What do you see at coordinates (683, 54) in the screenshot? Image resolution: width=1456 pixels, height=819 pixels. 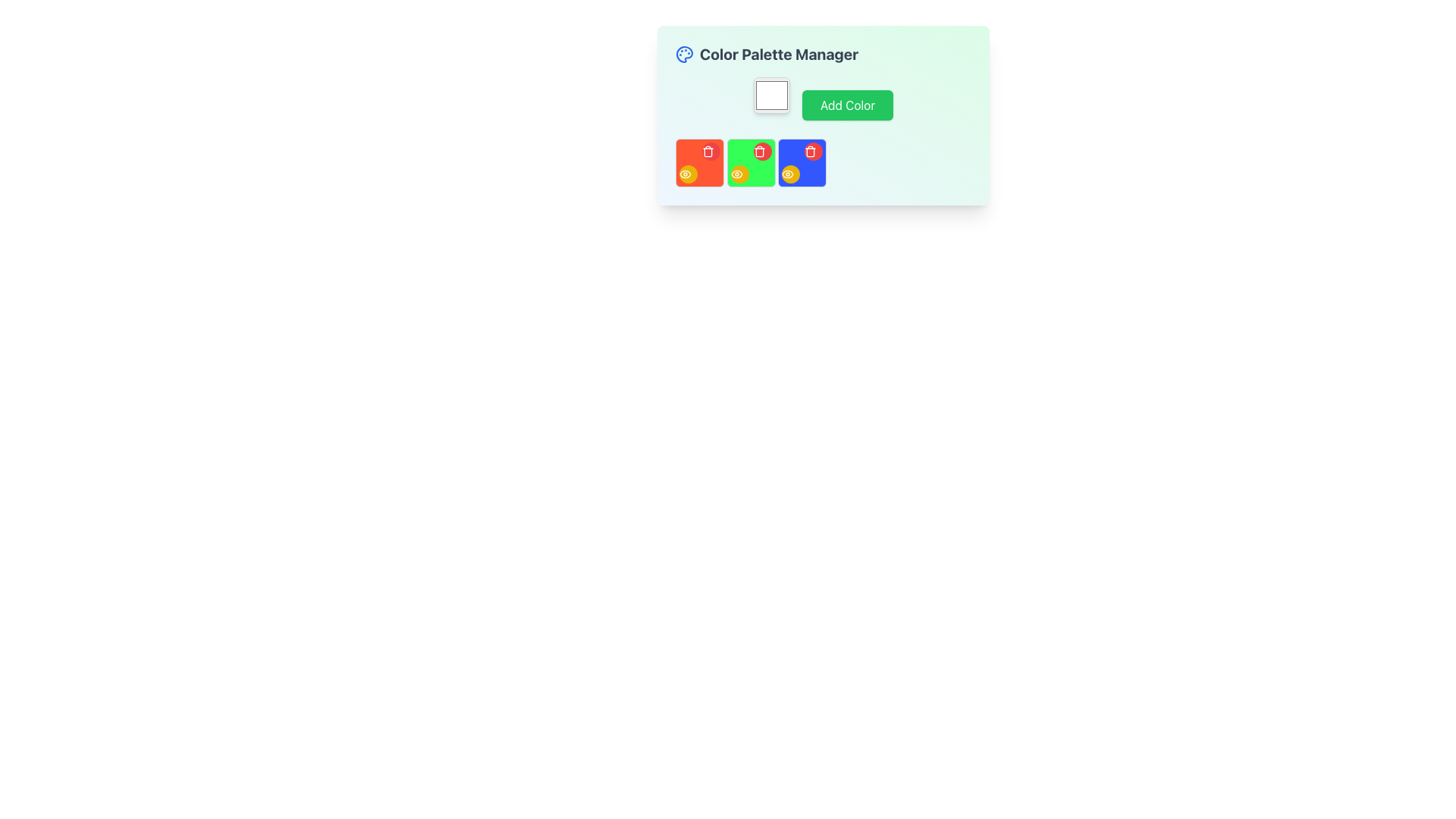 I see `the decorative icon representing the 'Color Palette Manager' section, located at the top-left of the section, adjacent to the title text` at bounding box center [683, 54].